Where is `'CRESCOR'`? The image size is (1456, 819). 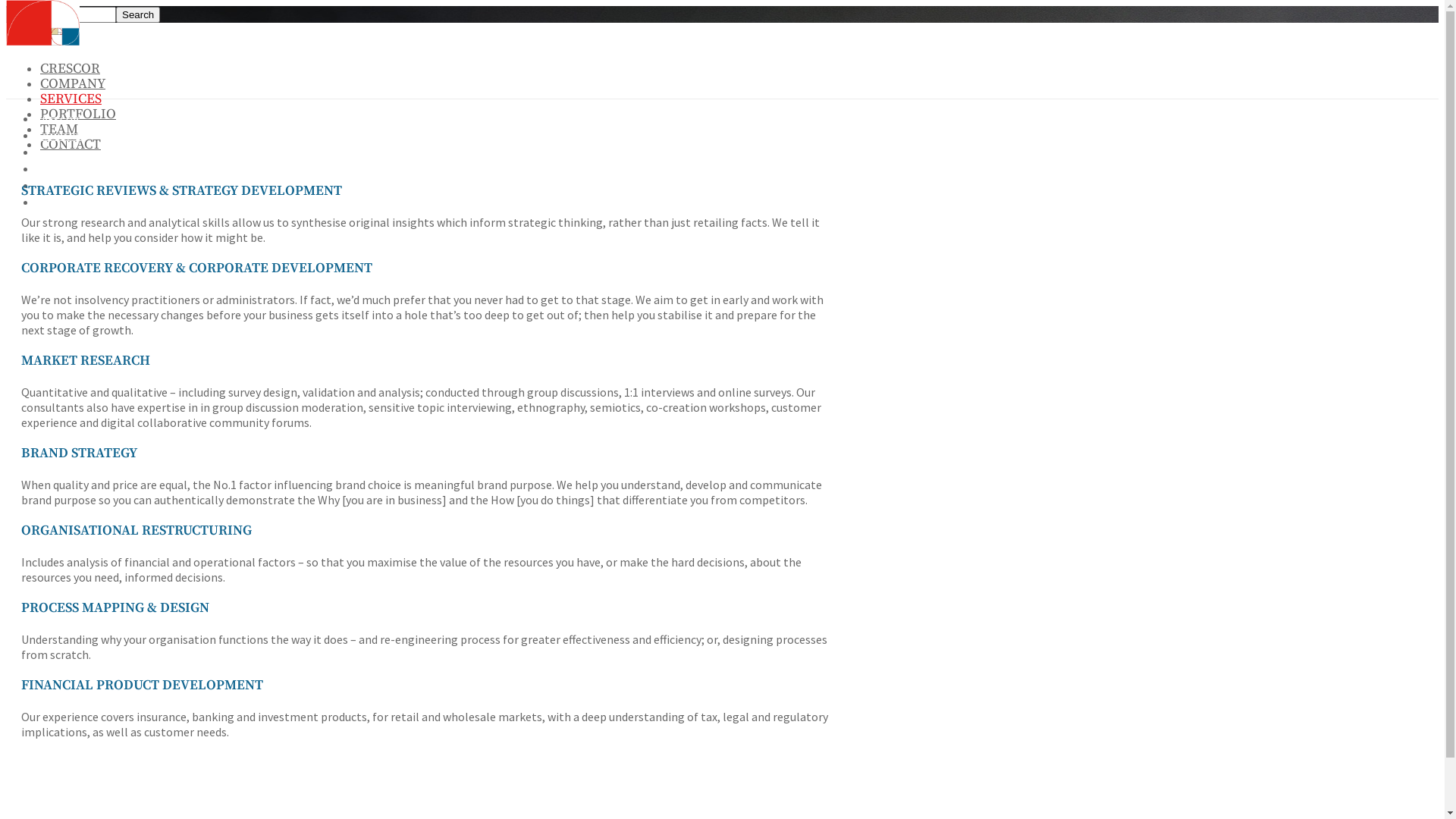
'CRESCOR' is located at coordinates (69, 68).